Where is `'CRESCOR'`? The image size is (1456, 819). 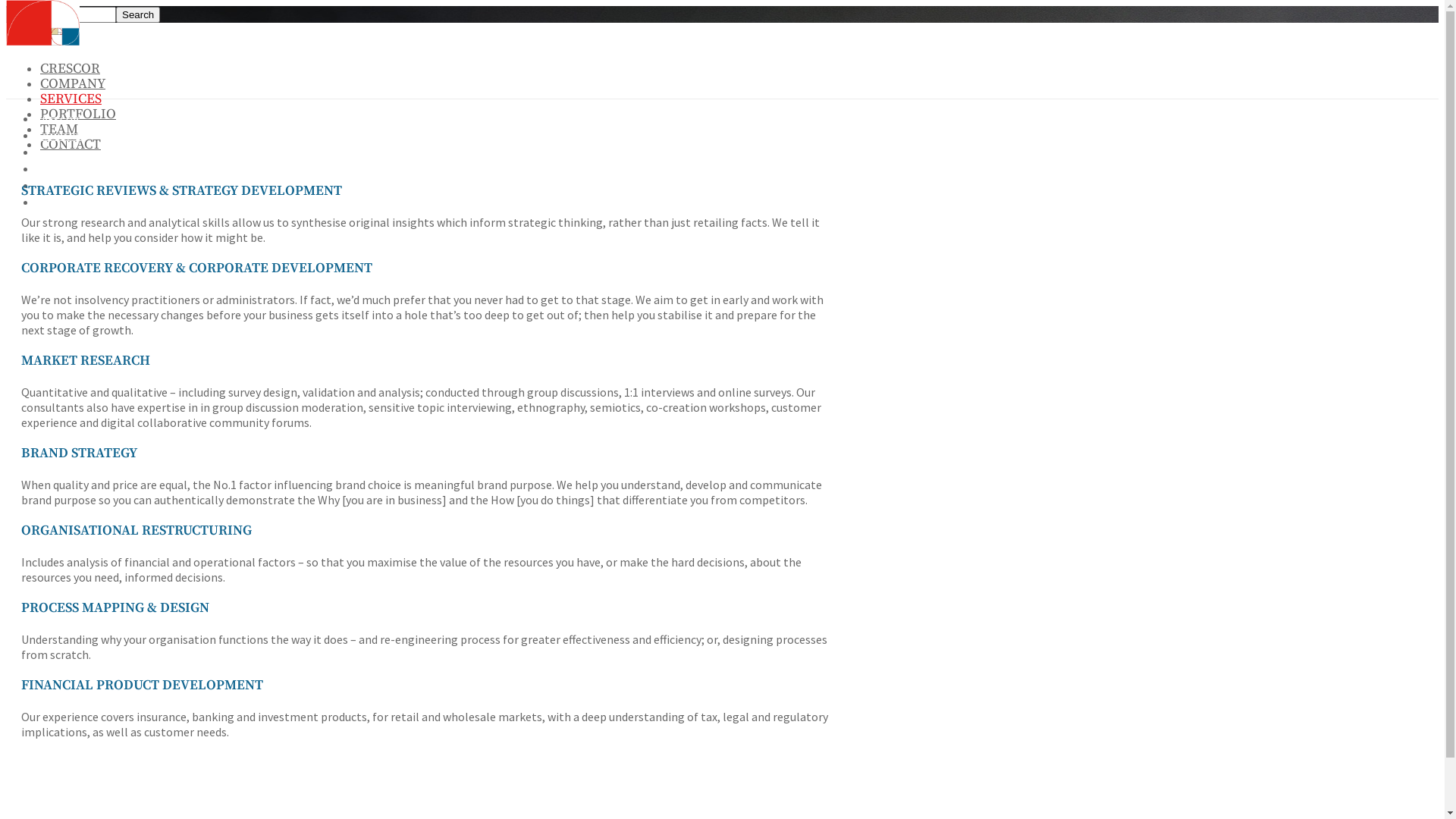
'CRESCOR' is located at coordinates (69, 68).